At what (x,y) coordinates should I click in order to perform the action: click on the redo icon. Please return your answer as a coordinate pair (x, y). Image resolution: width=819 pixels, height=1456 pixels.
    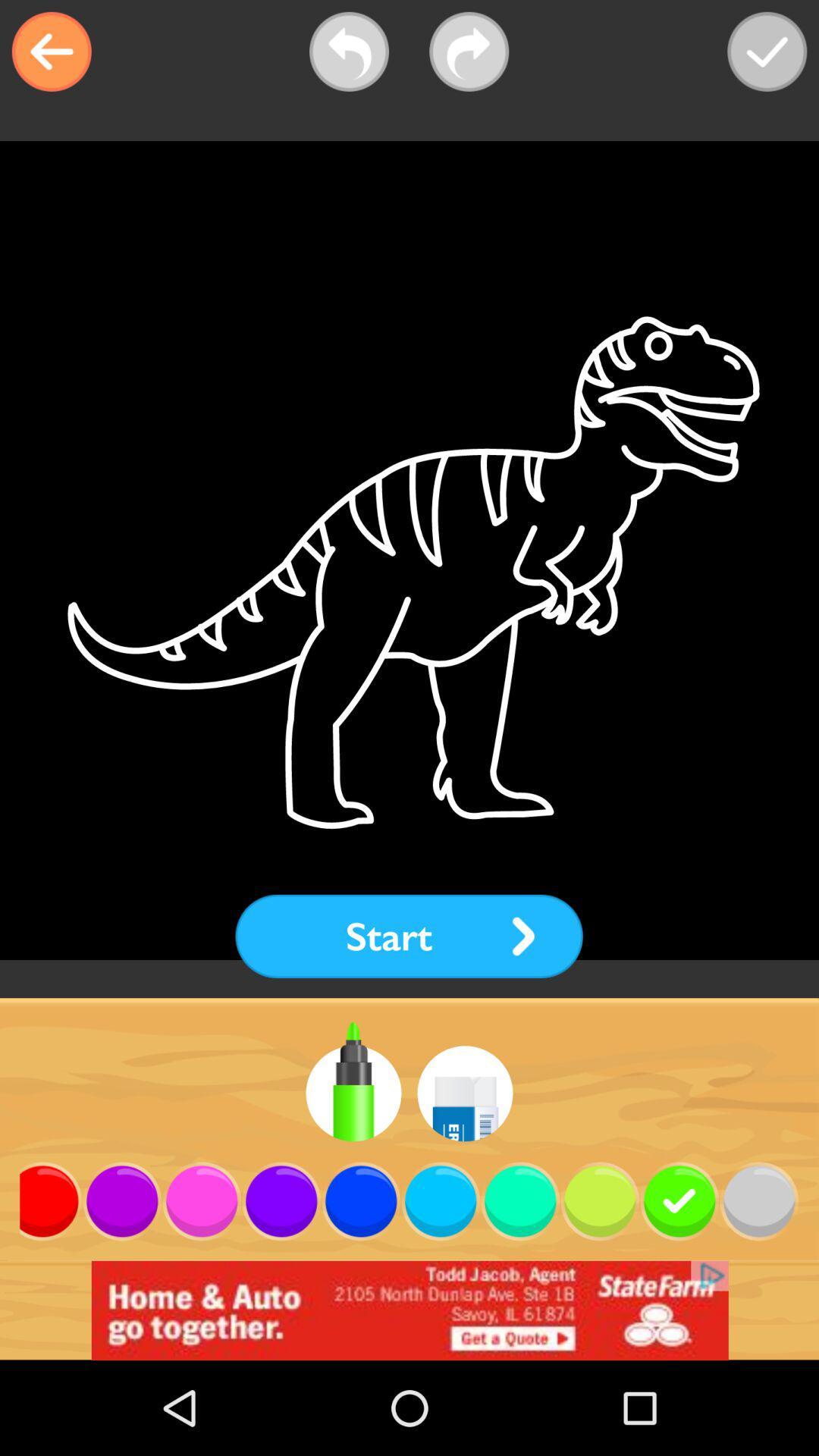
    Looking at the image, I should click on (468, 52).